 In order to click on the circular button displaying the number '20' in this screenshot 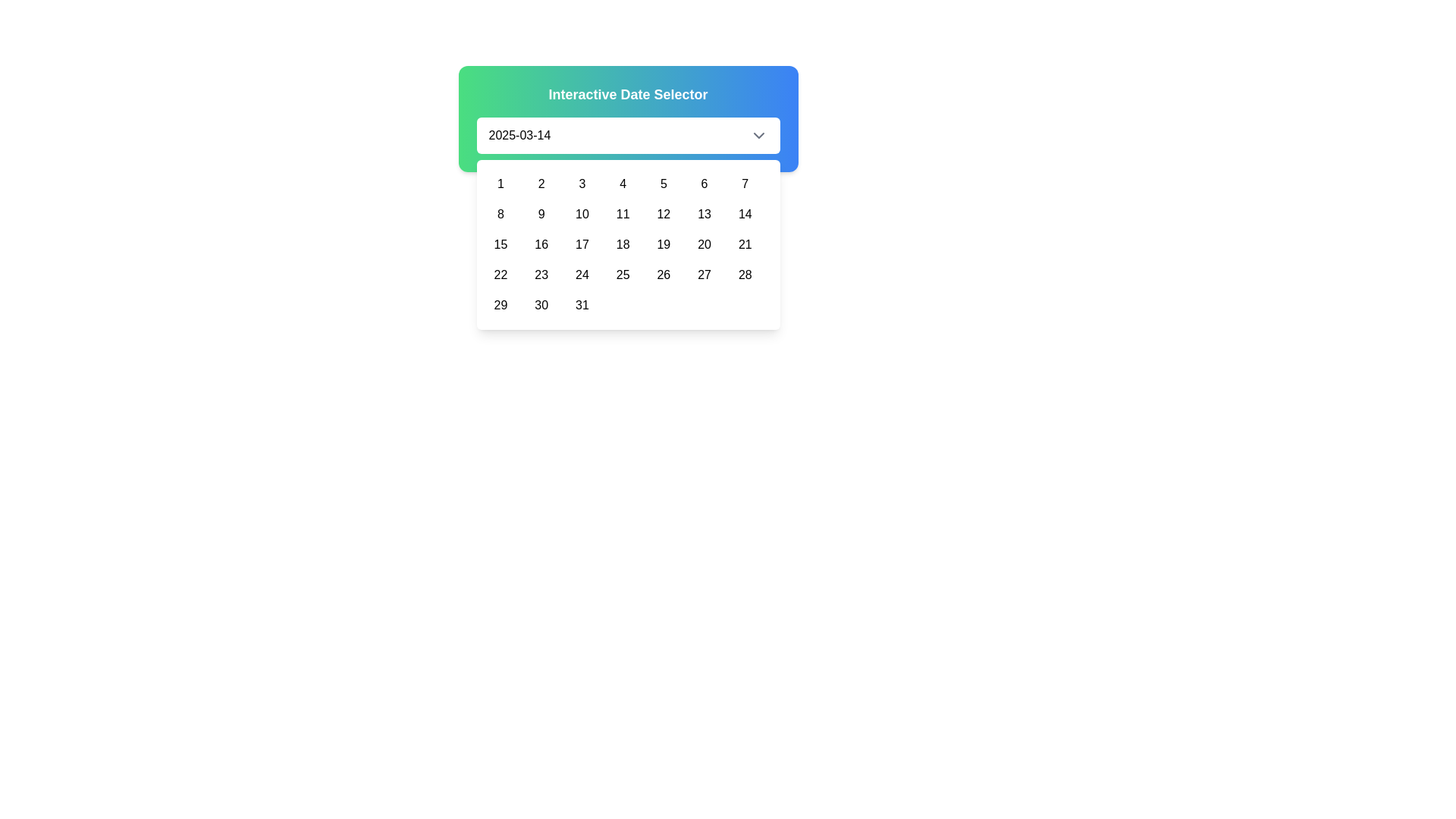, I will do `click(704, 244)`.